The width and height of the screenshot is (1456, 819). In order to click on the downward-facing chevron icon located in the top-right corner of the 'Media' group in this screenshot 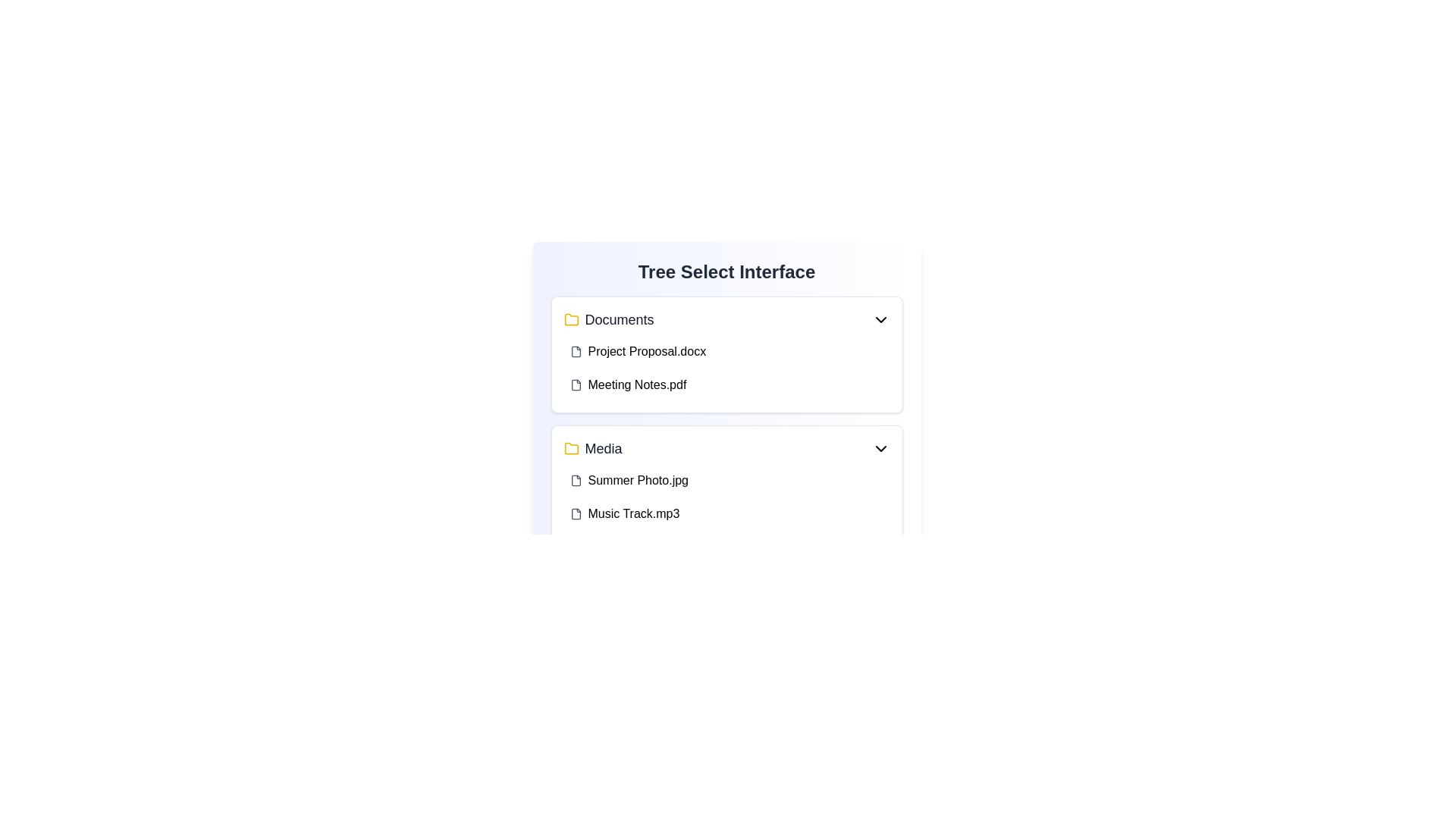, I will do `click(880, 447)`.